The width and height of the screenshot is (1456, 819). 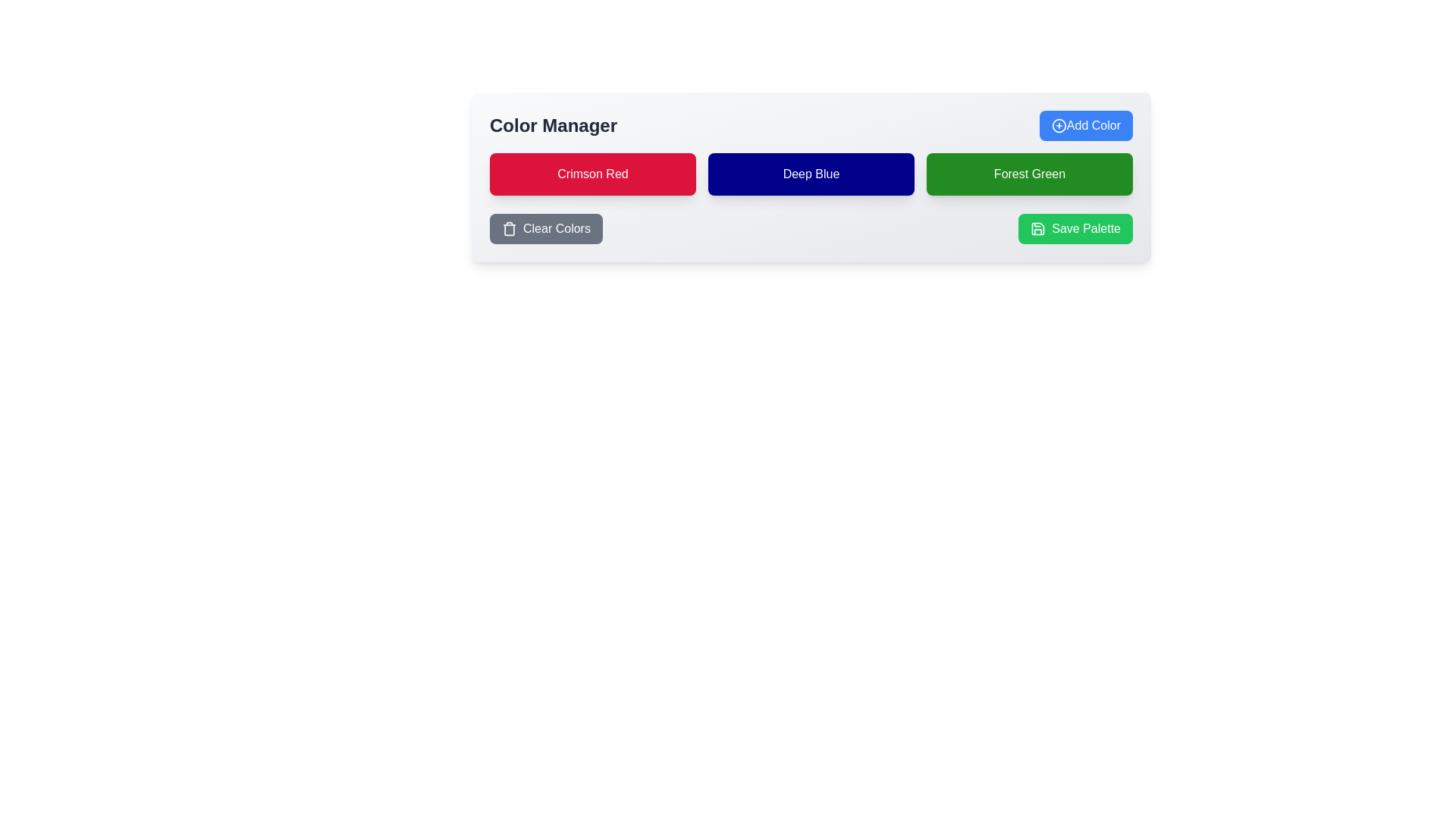 I want to click on the 'Forest Green' button, which is a rectangular button with white text on a deep green background, located to the right of the 'Deep Blue' button, so click(x=1030, y=174).